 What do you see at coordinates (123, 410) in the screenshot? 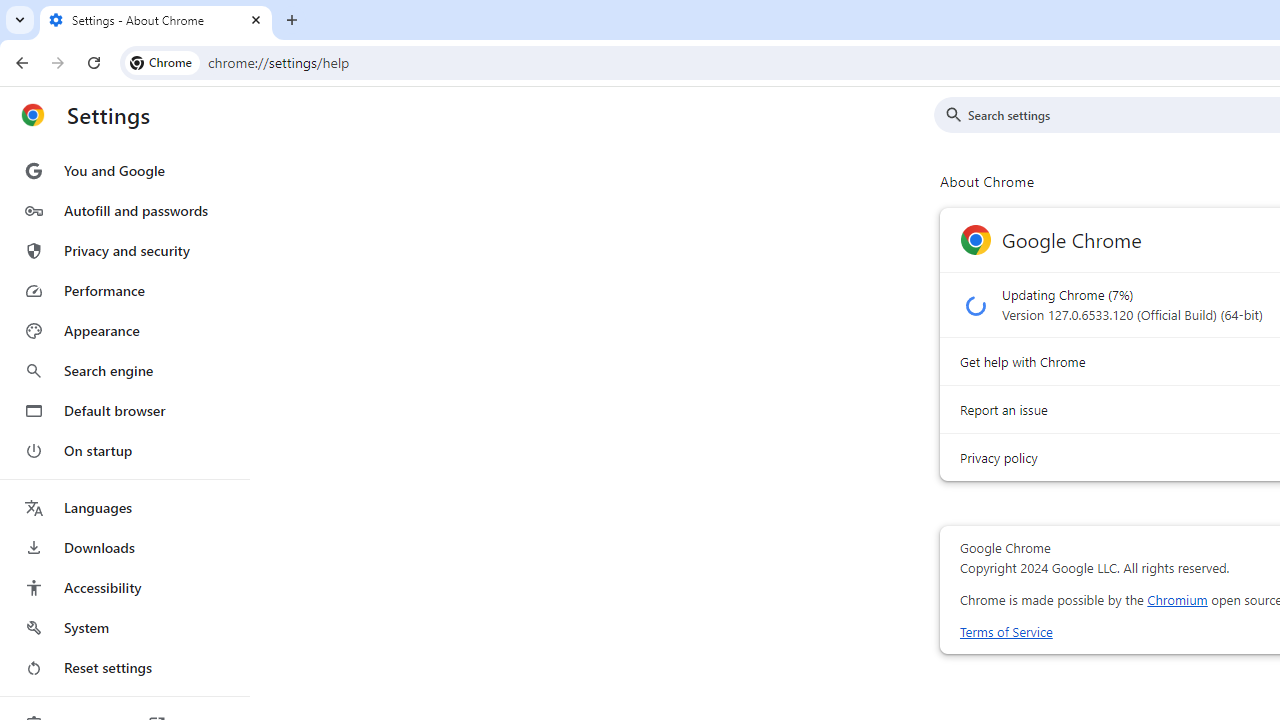
I see `'Default browser'` at bounding box center [123, 410].